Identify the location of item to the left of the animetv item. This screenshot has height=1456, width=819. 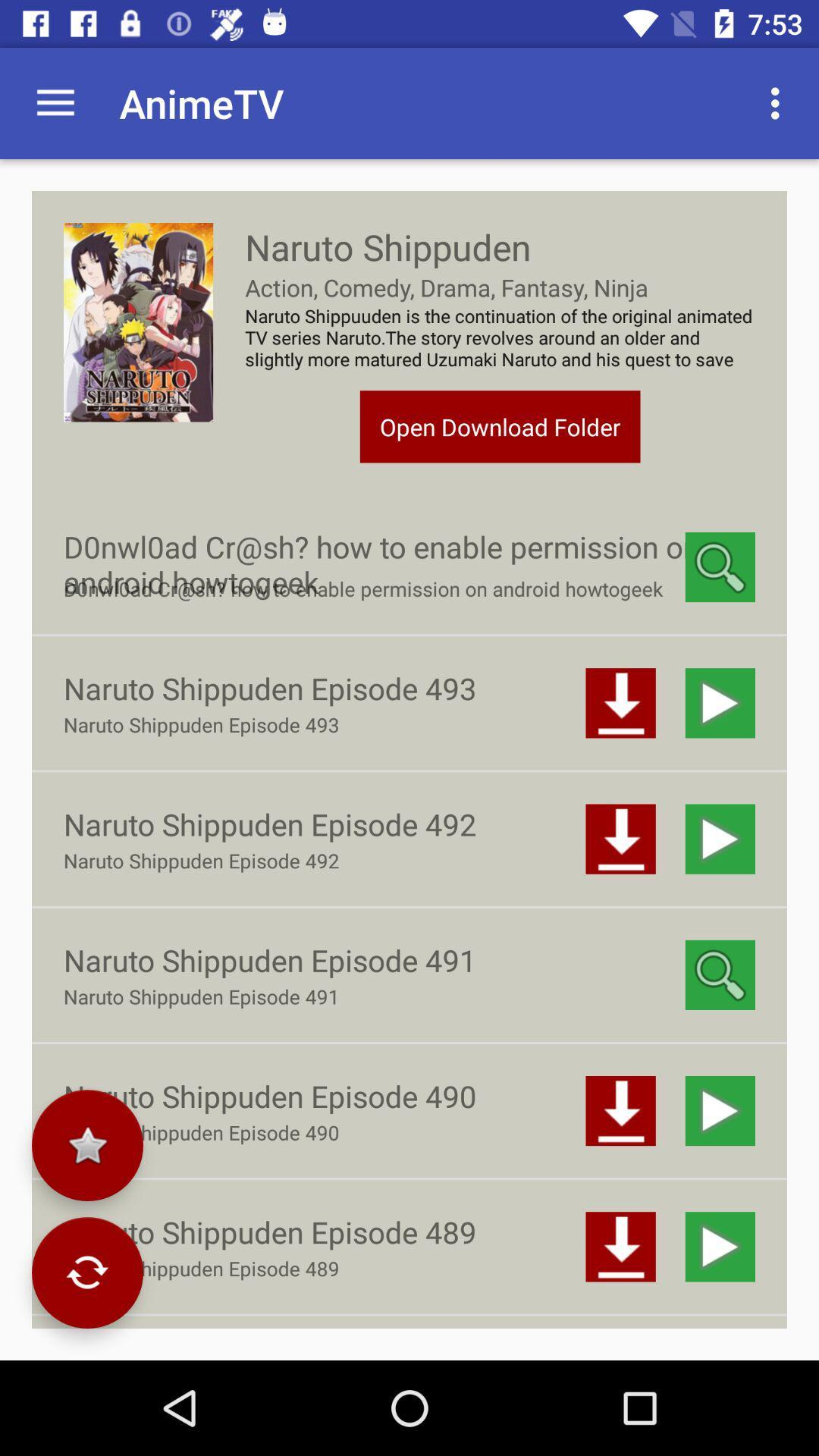
(55, 102).